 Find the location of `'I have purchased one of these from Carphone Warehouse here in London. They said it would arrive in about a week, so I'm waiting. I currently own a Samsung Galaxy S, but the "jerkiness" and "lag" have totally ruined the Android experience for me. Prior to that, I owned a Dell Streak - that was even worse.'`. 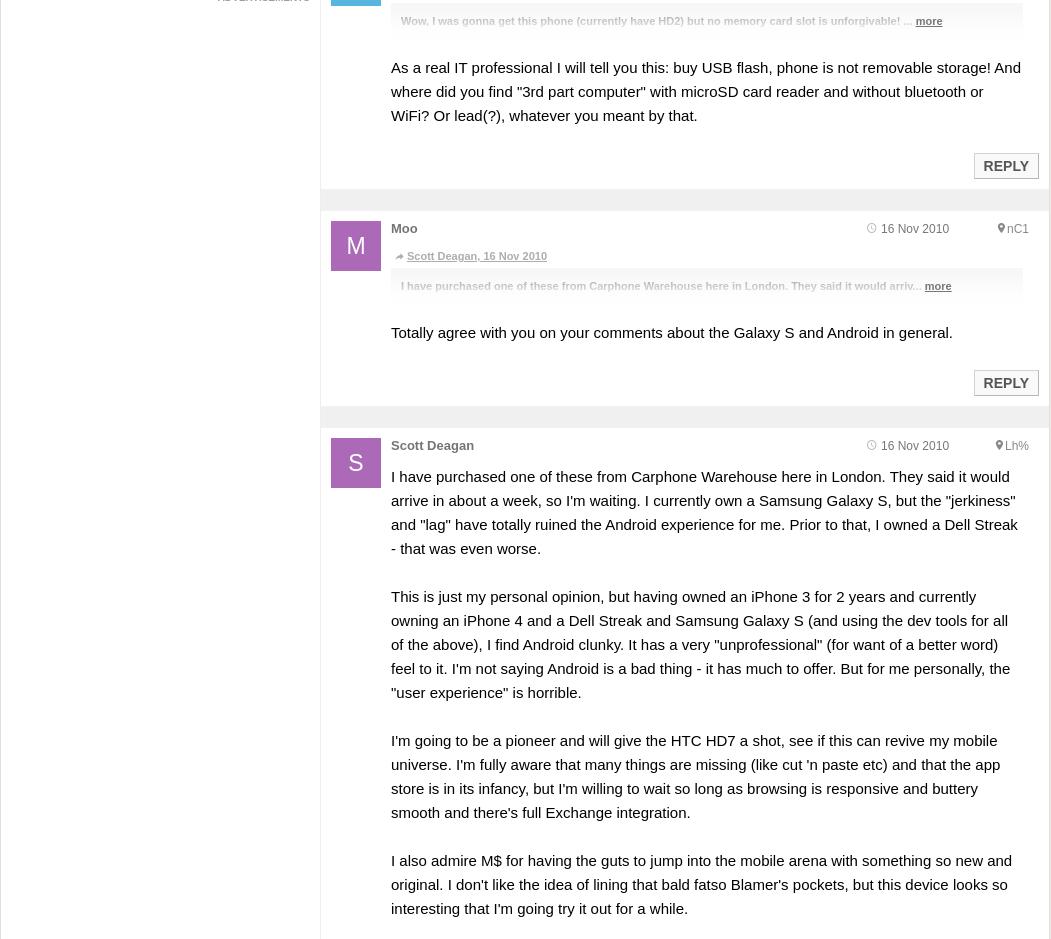

'I have purchased one of these from Carphone Warehouse here in London. They said it would arrive in about a week, so I'm waiting. I currently own a Samsung Galaxy S, but the "jerkiness" and "lag" have totally ruined the Android experience for me. Prior to that, I owned a Dell Streak - that was even worse.' is located at coordinates (389, 511).